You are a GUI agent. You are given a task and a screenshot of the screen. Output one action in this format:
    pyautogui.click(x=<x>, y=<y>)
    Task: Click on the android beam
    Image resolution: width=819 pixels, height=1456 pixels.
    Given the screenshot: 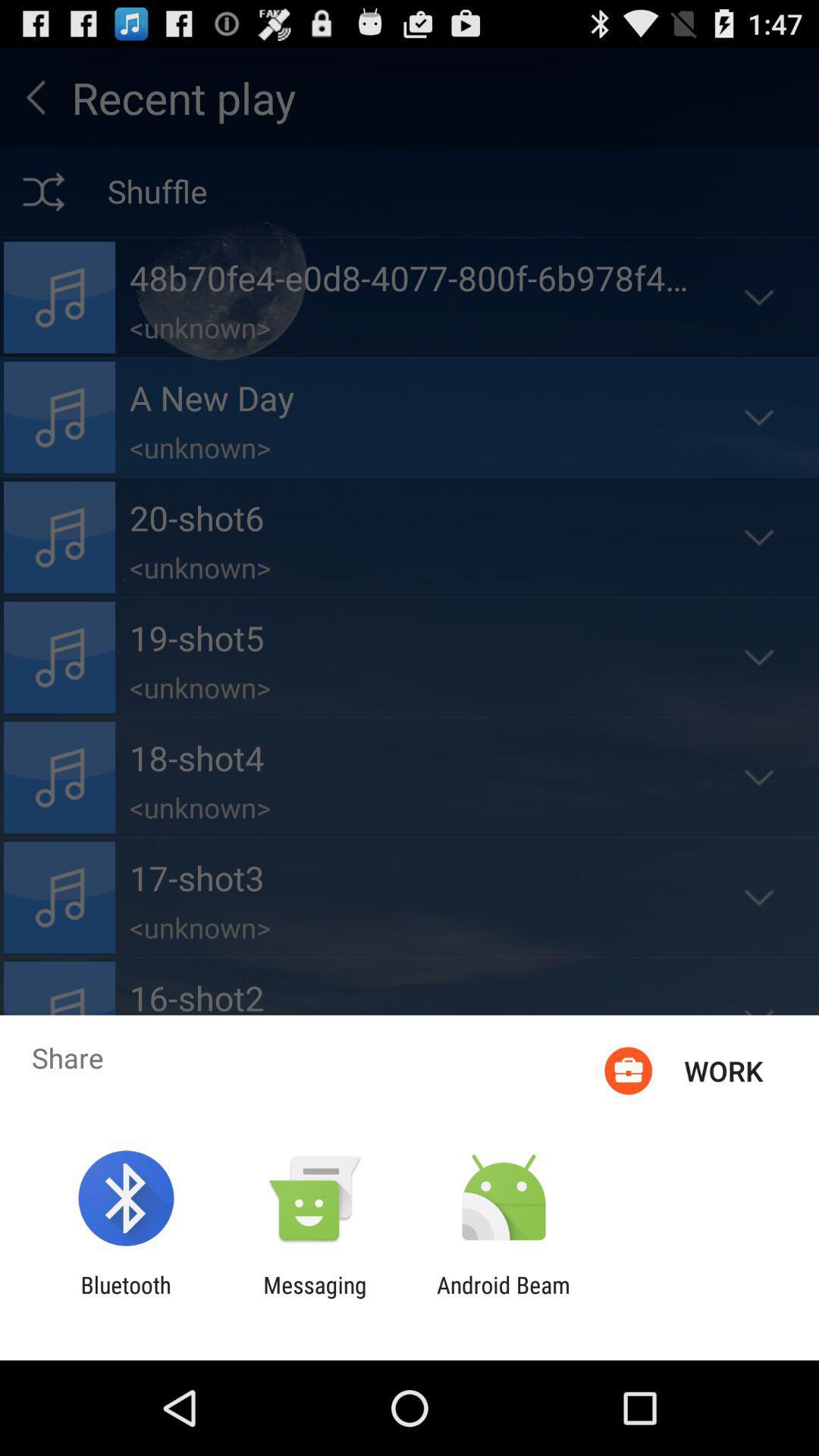 What is the action you would take?
    pyautogui.click(x=504, y=1298)
    